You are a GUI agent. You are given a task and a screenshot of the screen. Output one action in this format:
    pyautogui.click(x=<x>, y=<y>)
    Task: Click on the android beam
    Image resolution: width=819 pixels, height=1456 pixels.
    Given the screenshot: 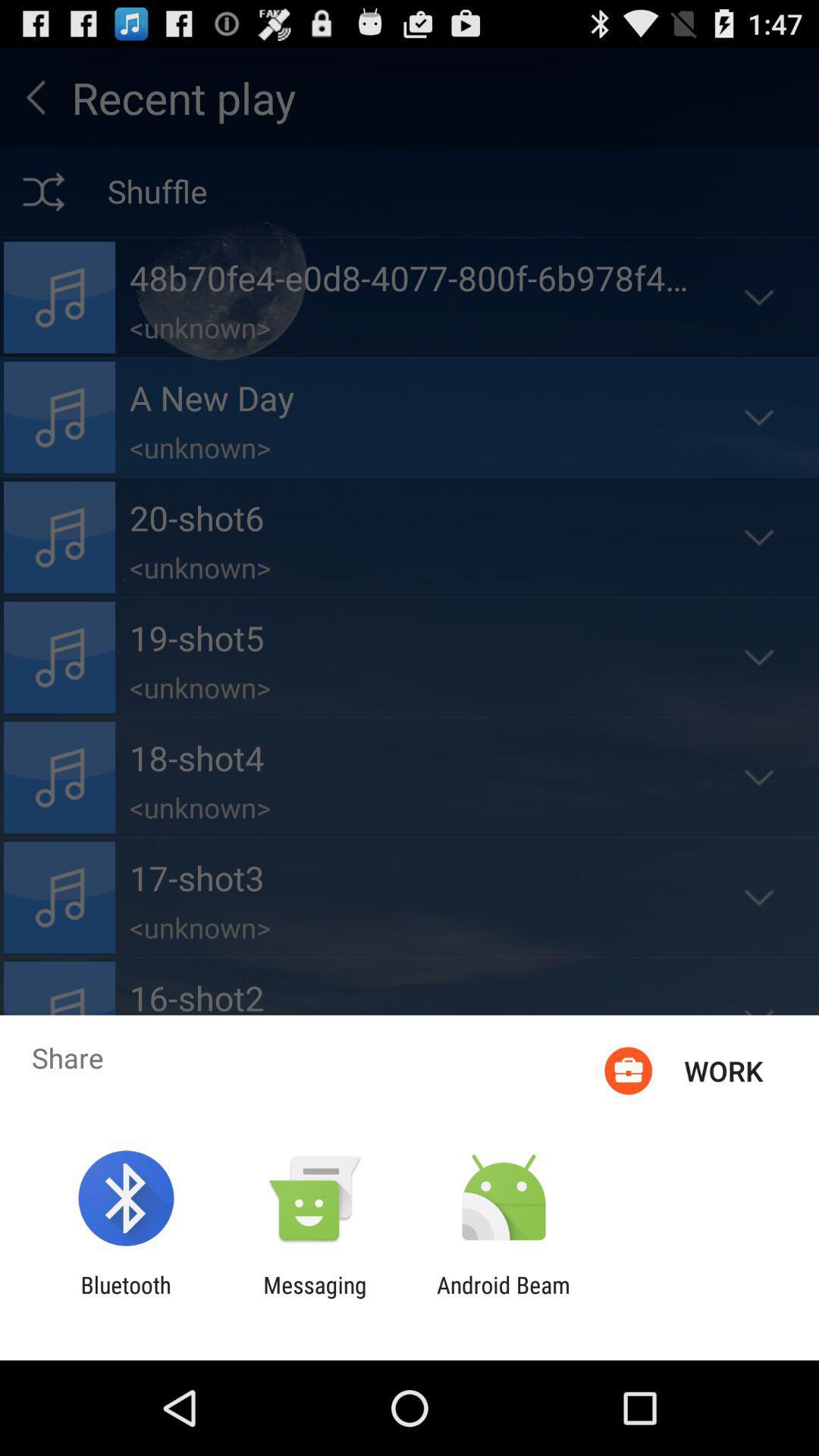 What is the action you would take?
    pyautogui.click(x=504, y=1298)
    